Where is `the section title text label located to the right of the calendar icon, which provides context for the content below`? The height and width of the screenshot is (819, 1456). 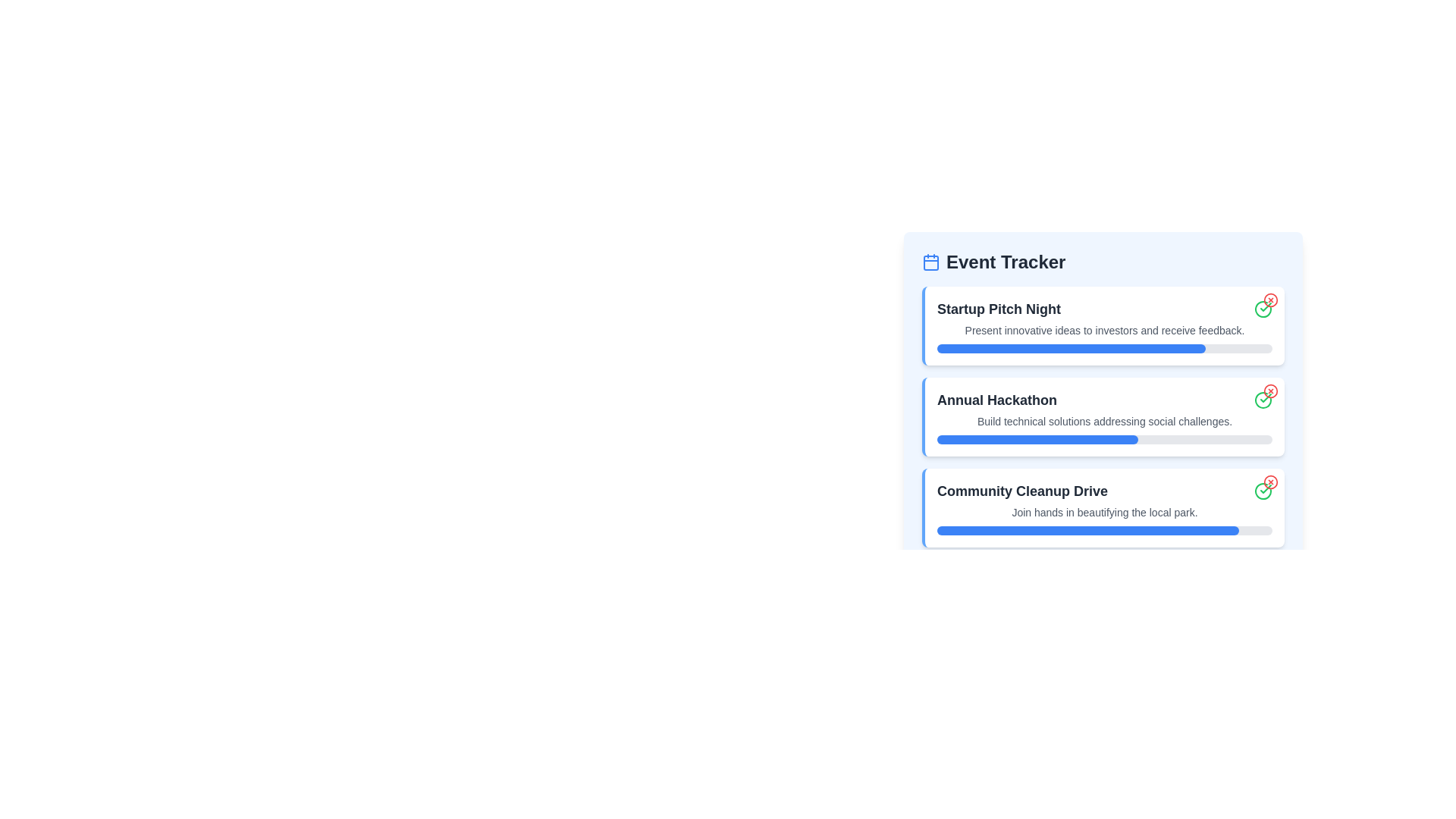 the section title text label located to the right of the calendar icon, which provides context for the content below is located at coordinates (1006, 262).